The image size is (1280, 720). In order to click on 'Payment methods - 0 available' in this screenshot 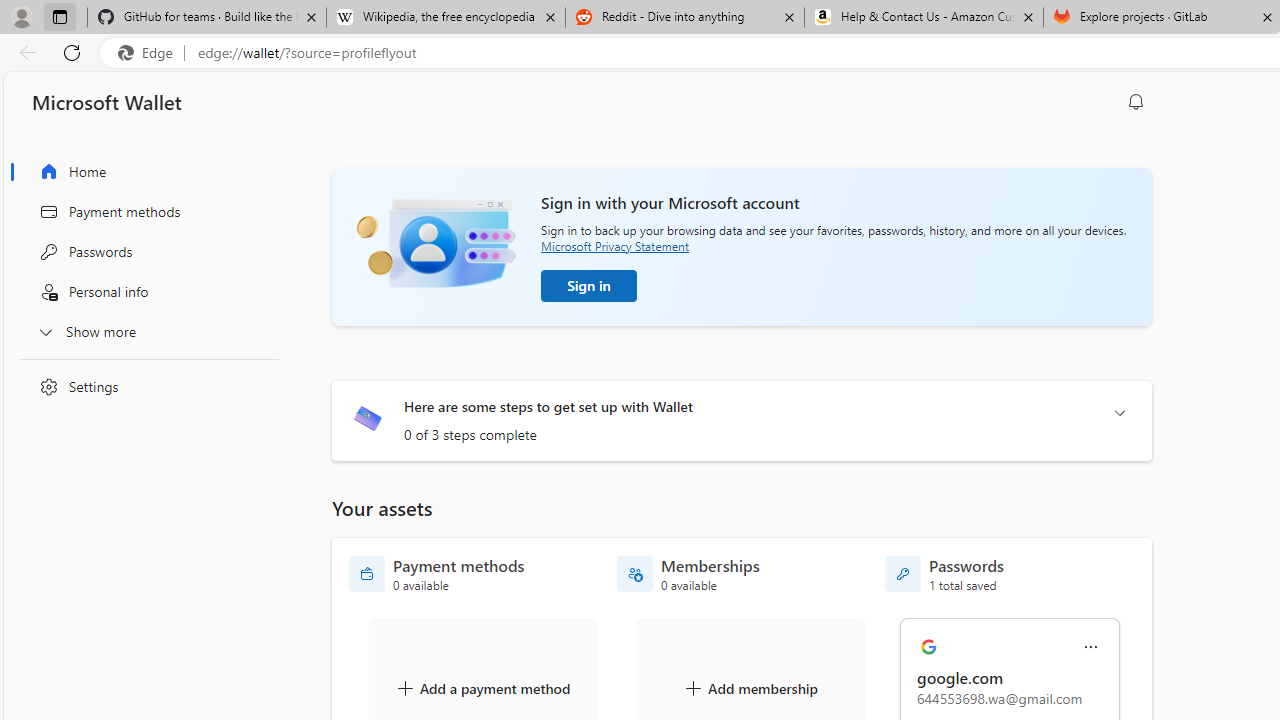, I will do `click(436, 574)`.